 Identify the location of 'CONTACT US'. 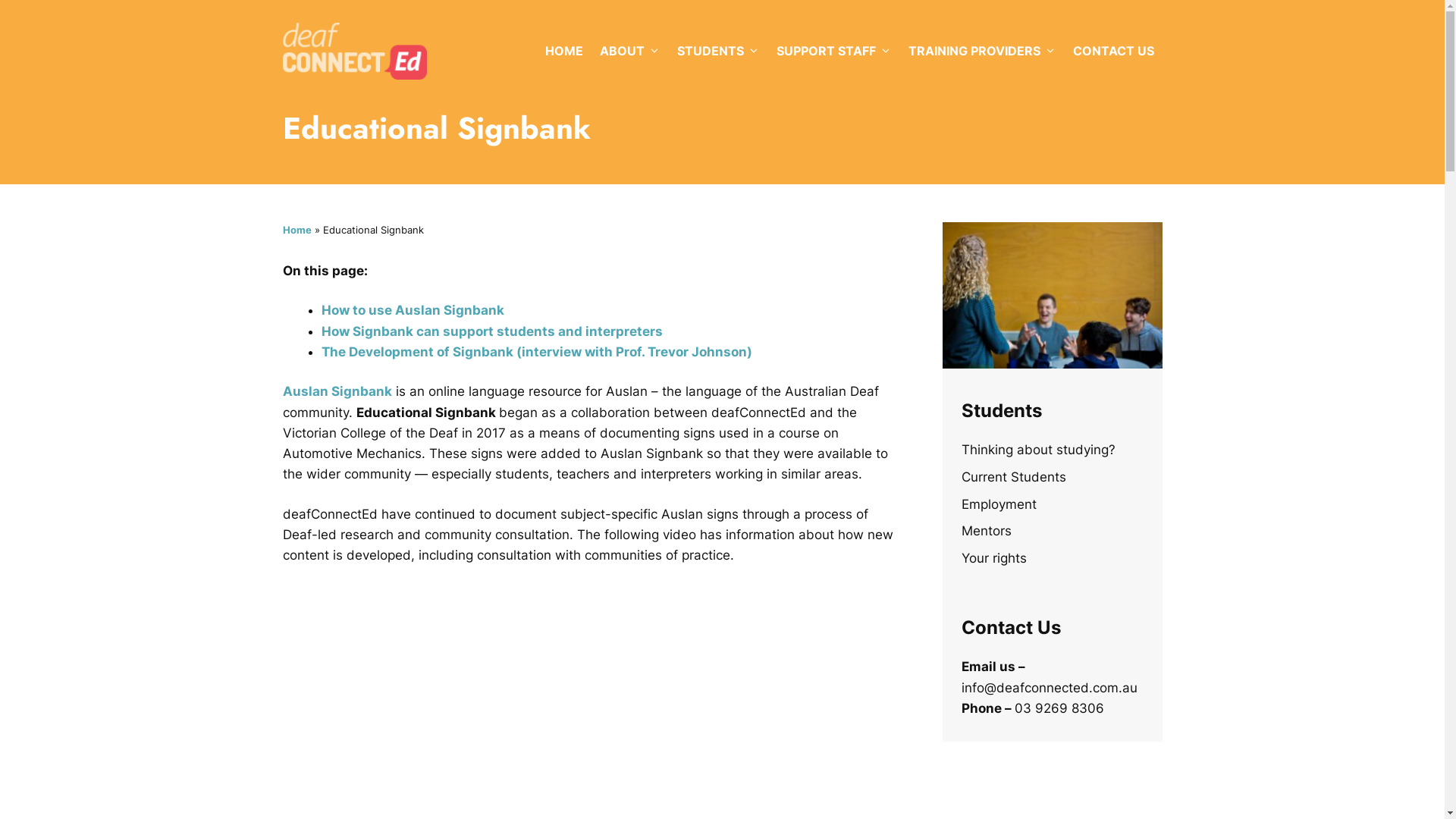
(1113, 49).